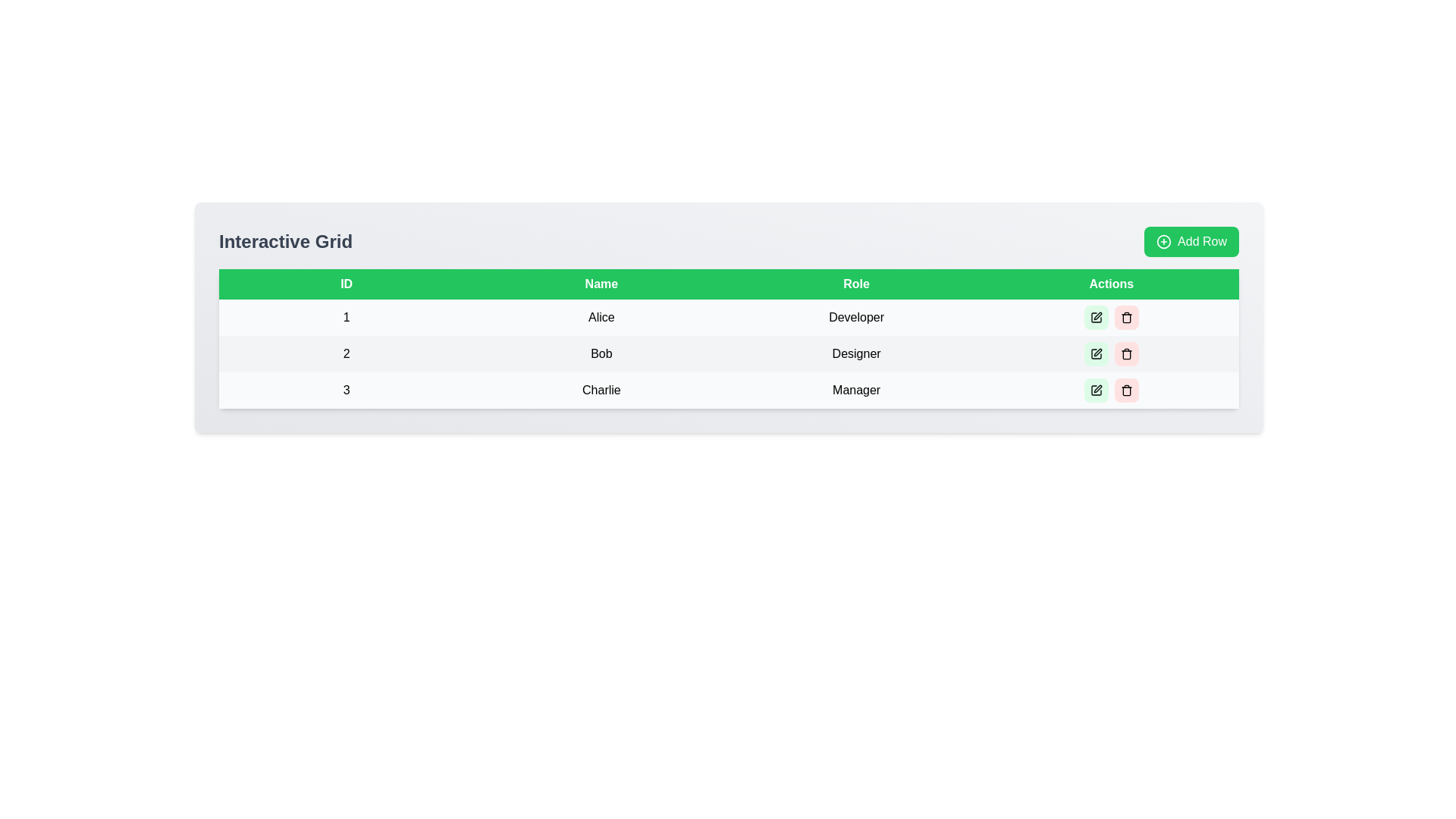 This screenshot has height=819, width=1456. Describe the element at coordinates (1126, 353) in the screenshot. I see `the delete icon button with a trash bin symbol located in the 'Actions' column of the second row` at that location.